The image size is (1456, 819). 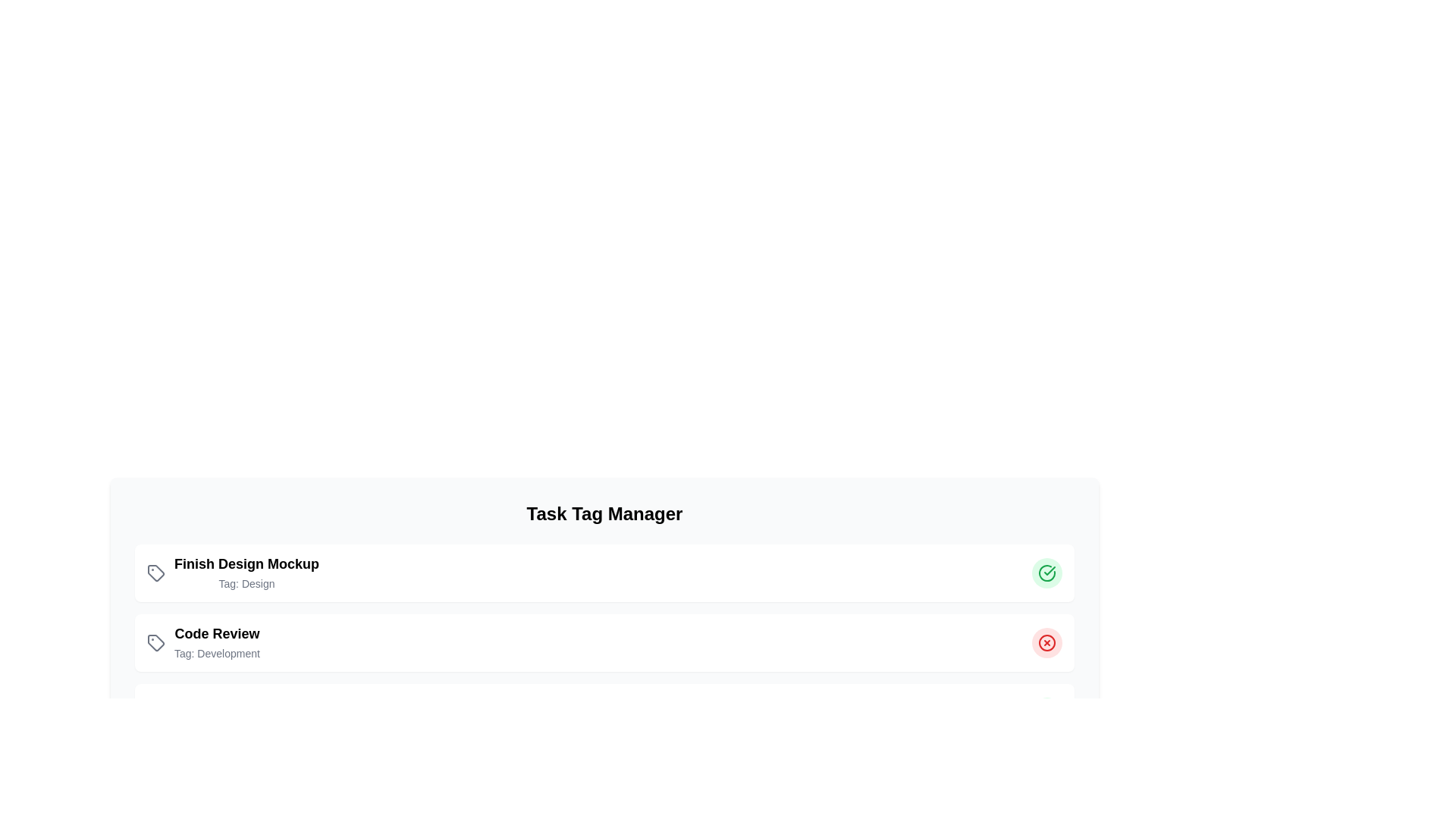 I want to click on text displayed in the smaller gray font that says 'Tag: Design', which is positioned under the heading 'Finish Design Mockup', so click(x=246, y=583).